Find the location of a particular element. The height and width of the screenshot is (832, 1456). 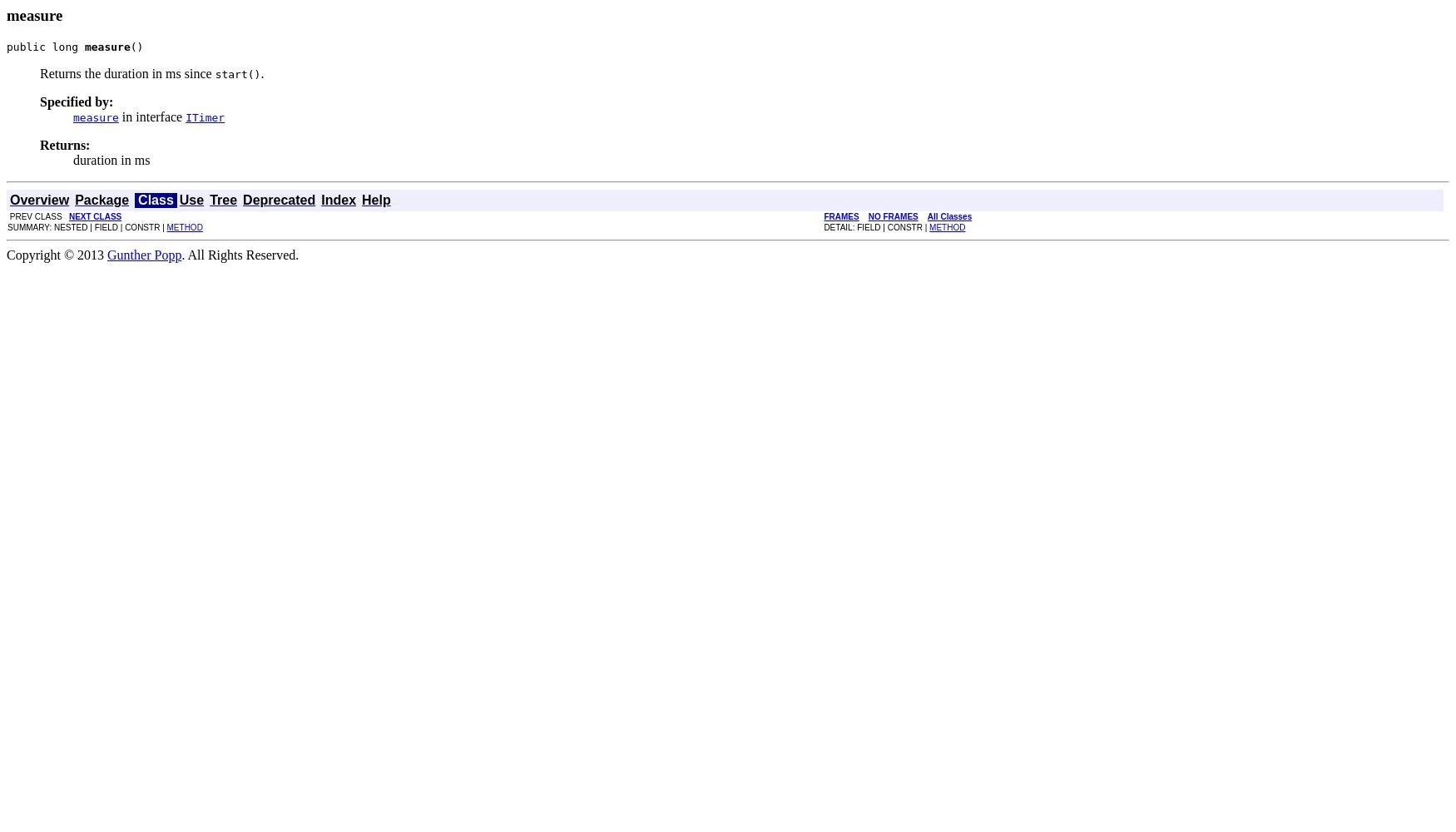

'Help' is located at coordinates (376, 198).